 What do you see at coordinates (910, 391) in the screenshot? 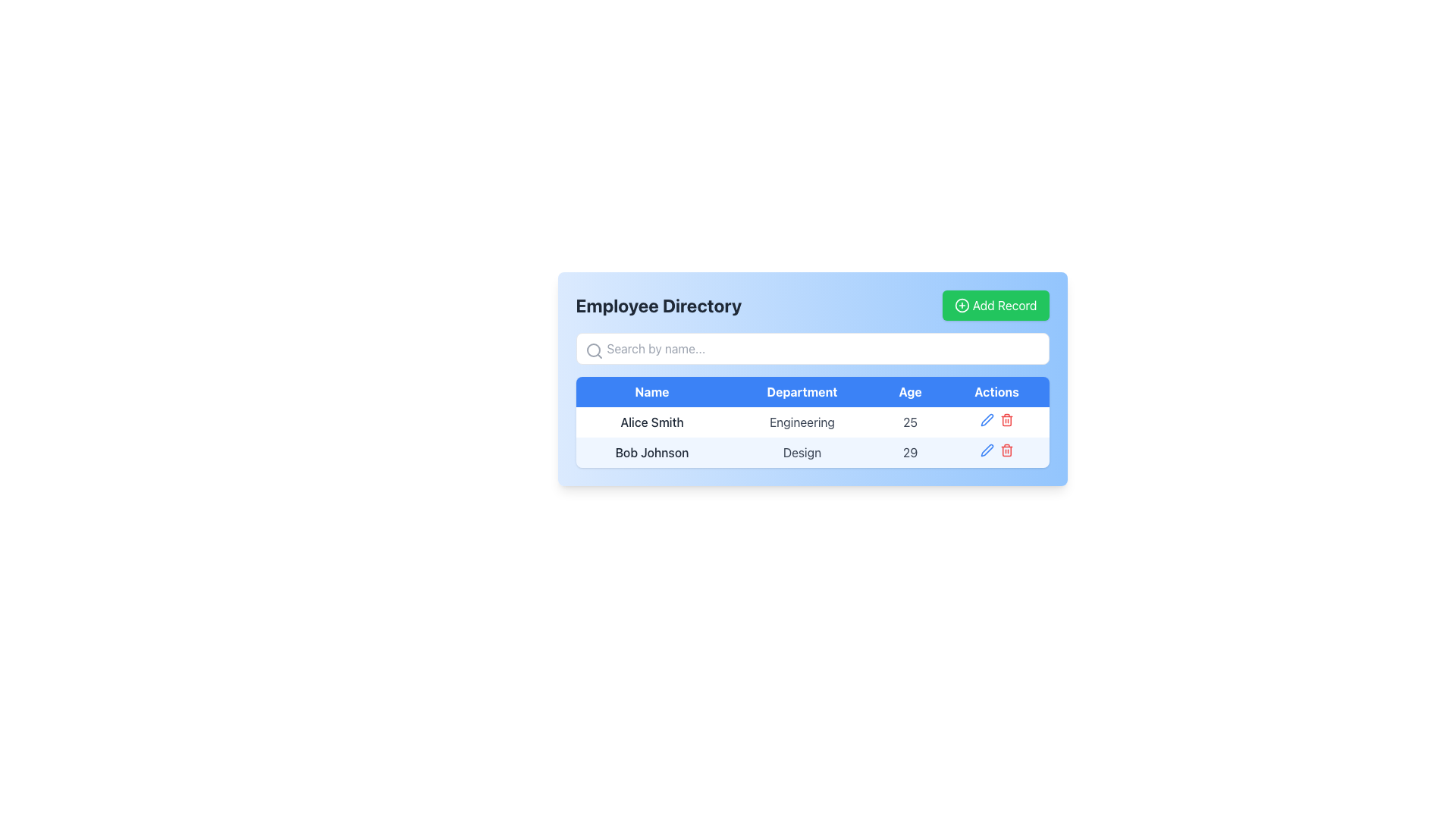
I see `the non-interactive header label for the 'Age' column in the table, located between the 'Department' and 'Actions' labels` at bounding box center [910, 391].